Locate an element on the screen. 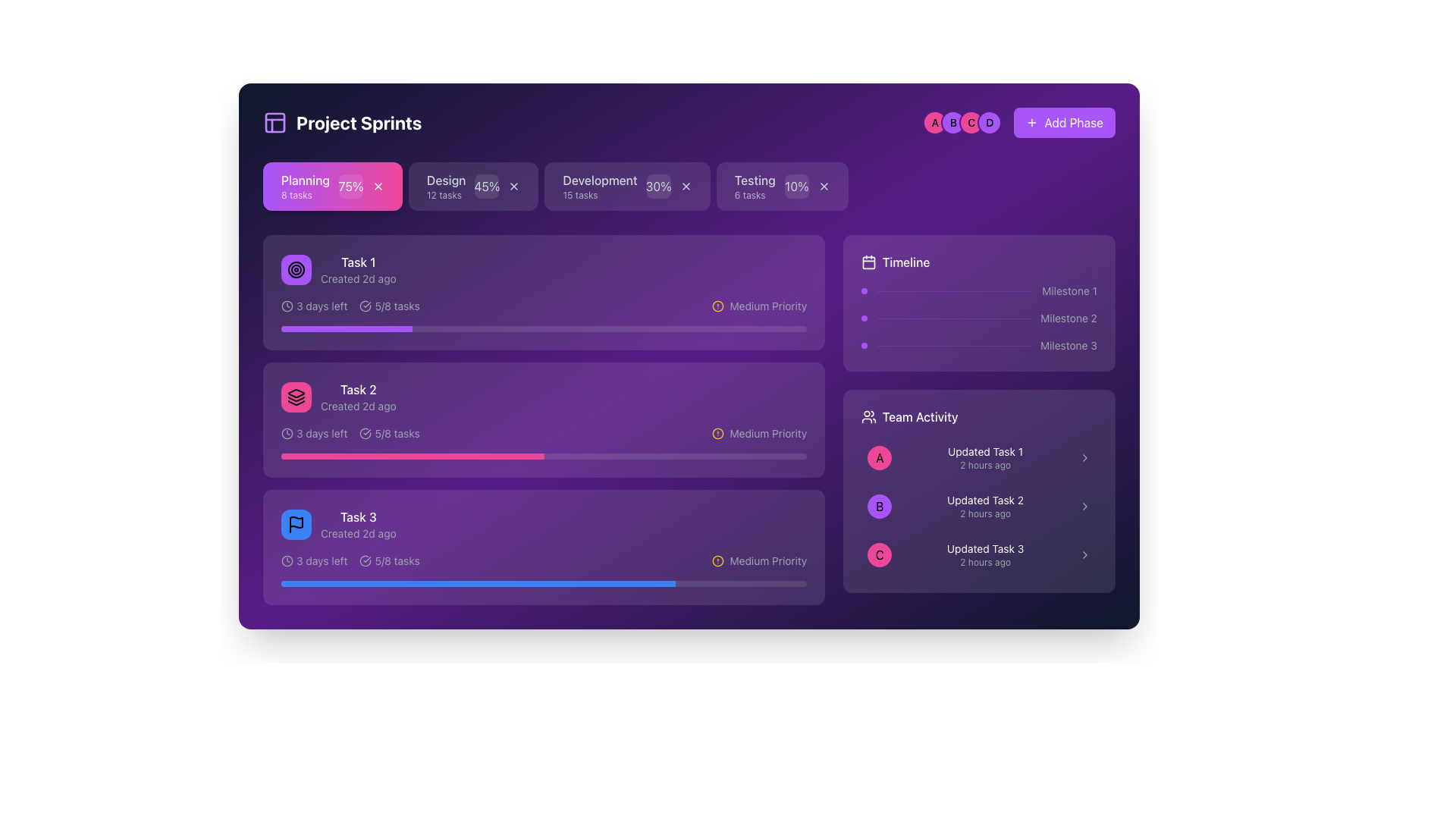 This screenshot has width=1456, height=819. the informational label displaying the count of tasks associated with the 'Design' section, located below the 'Design' text element in the upper central section of the interface is located at coordinates (443, 195).